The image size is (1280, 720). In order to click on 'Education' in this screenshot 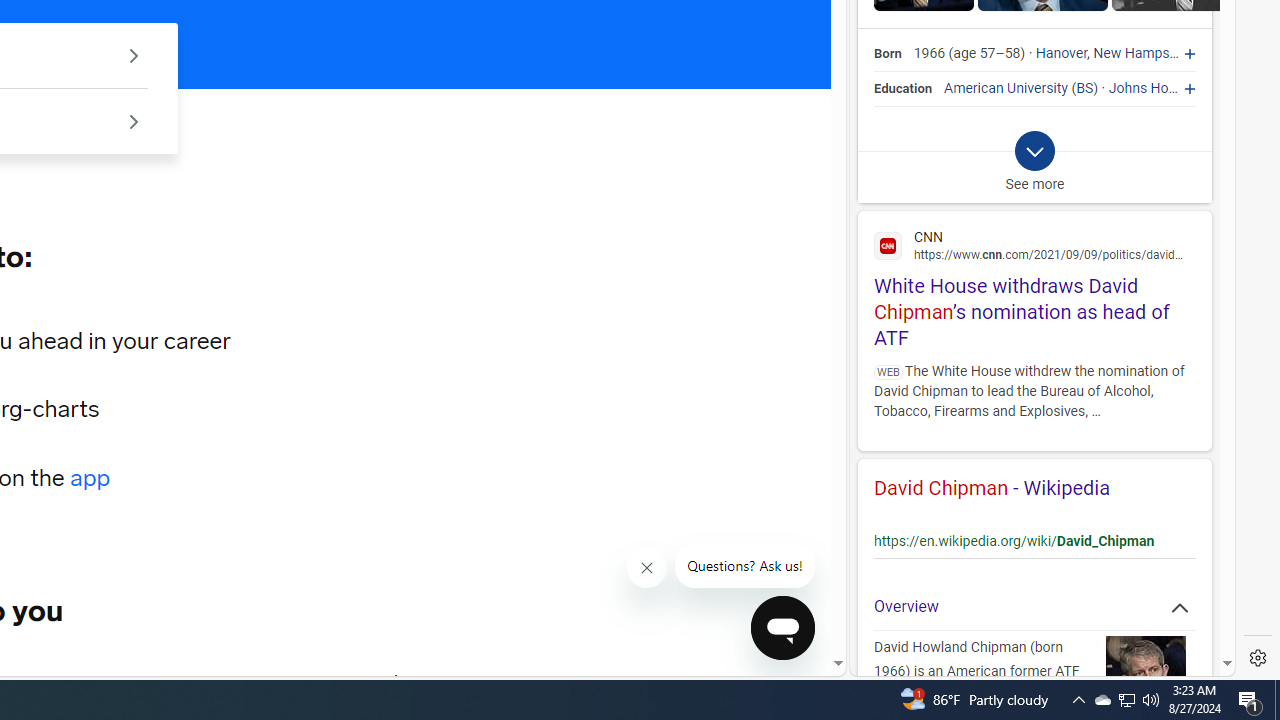, I will do `click(902, 87)`.